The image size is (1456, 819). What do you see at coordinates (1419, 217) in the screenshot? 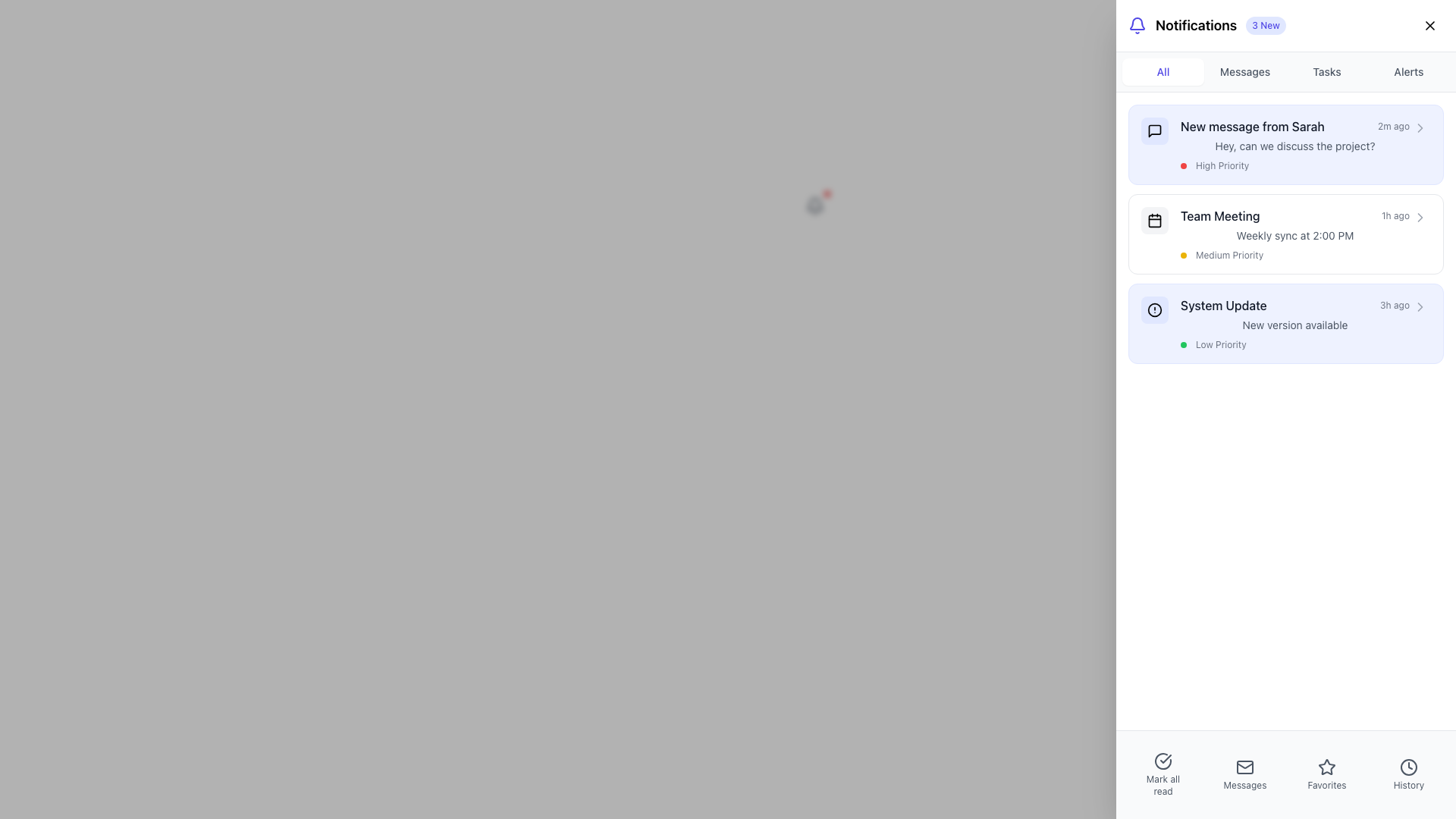
I see `the navigation button located at the far-right edge of the 'Team Meeting' notification` at bounding box center [1419, 217].